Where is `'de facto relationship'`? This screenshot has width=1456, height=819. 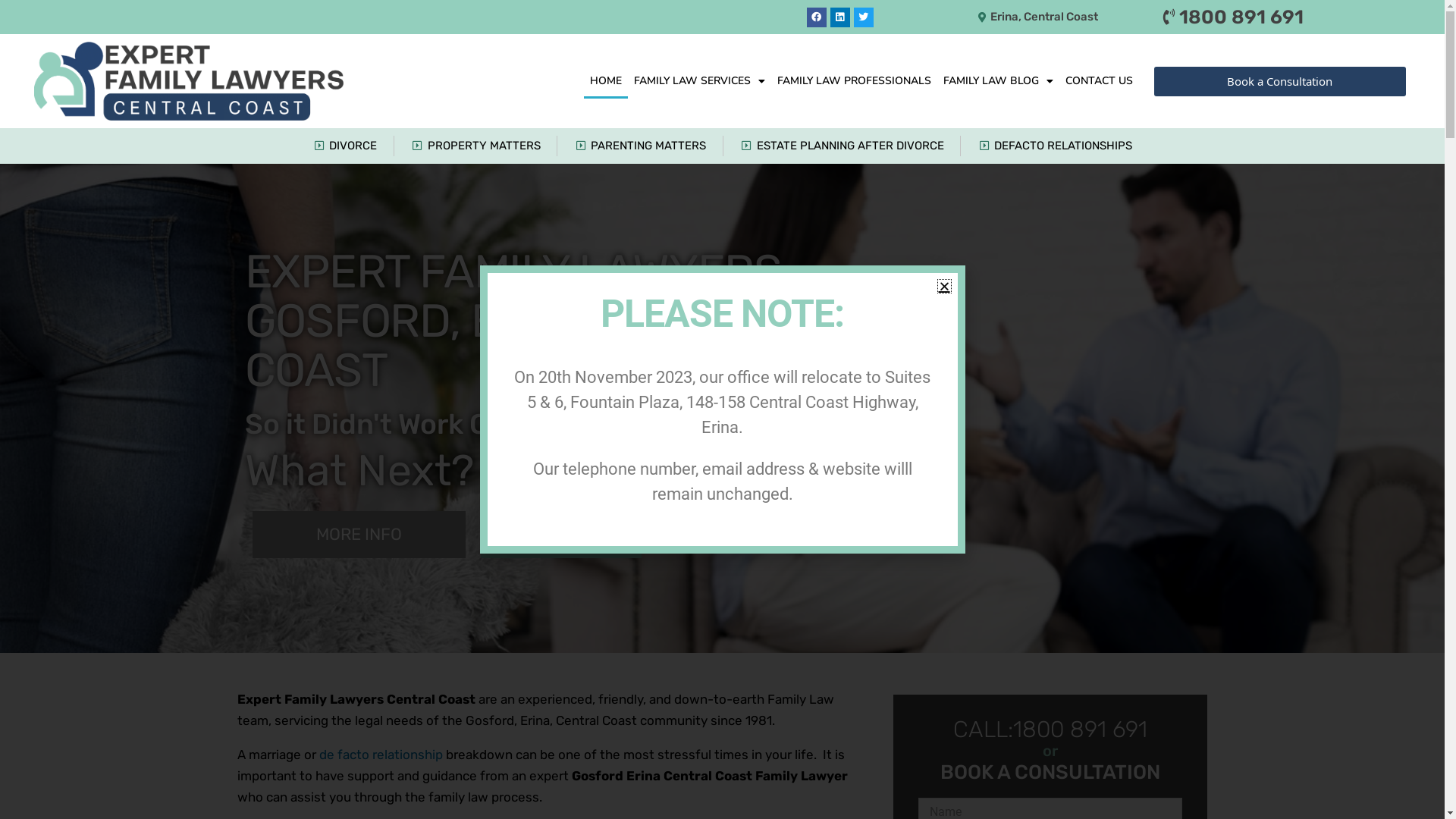 'de facto relationship' is located at coordinates (380, 754).